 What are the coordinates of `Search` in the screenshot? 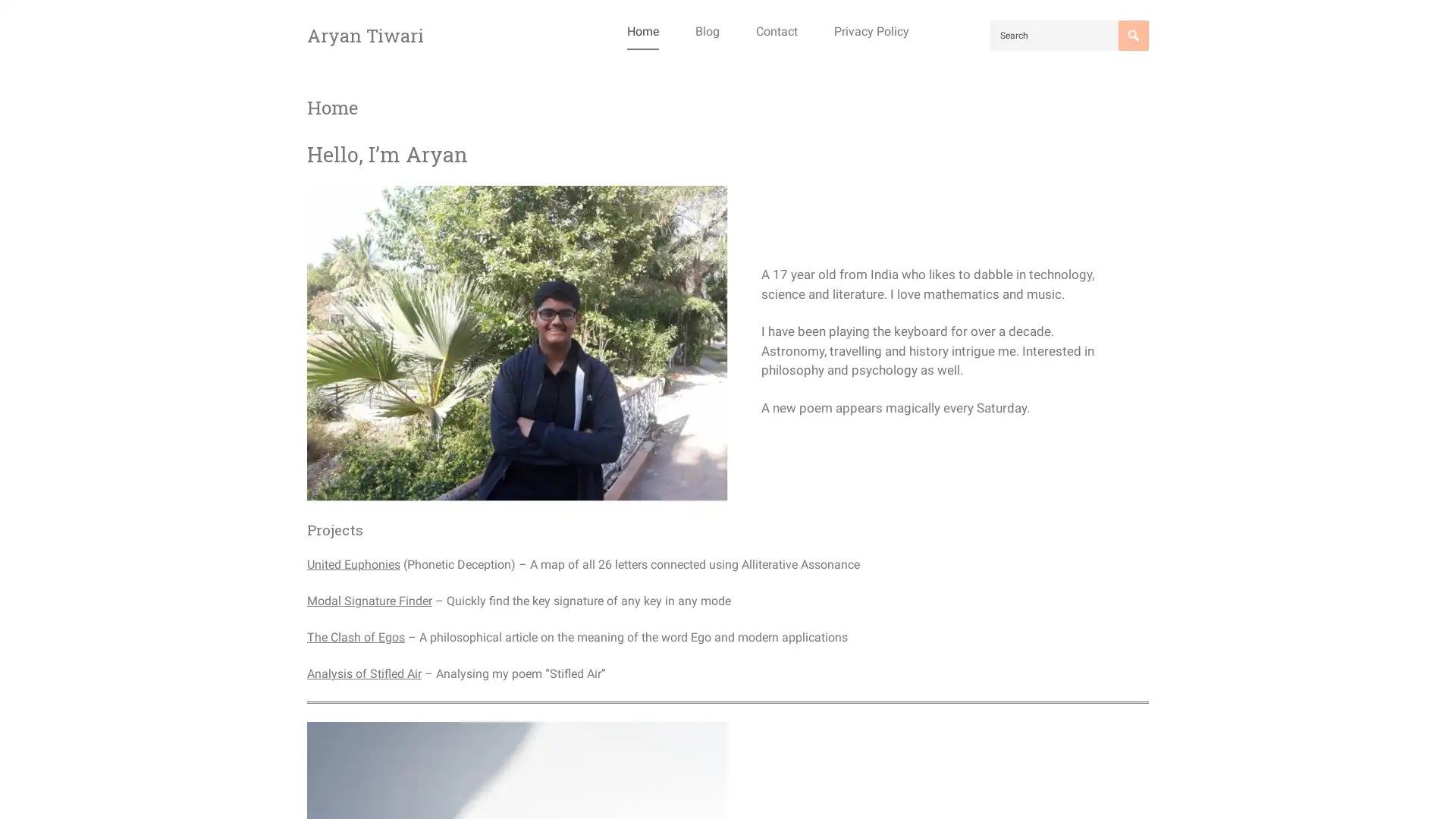 It's located at (1133, 34).